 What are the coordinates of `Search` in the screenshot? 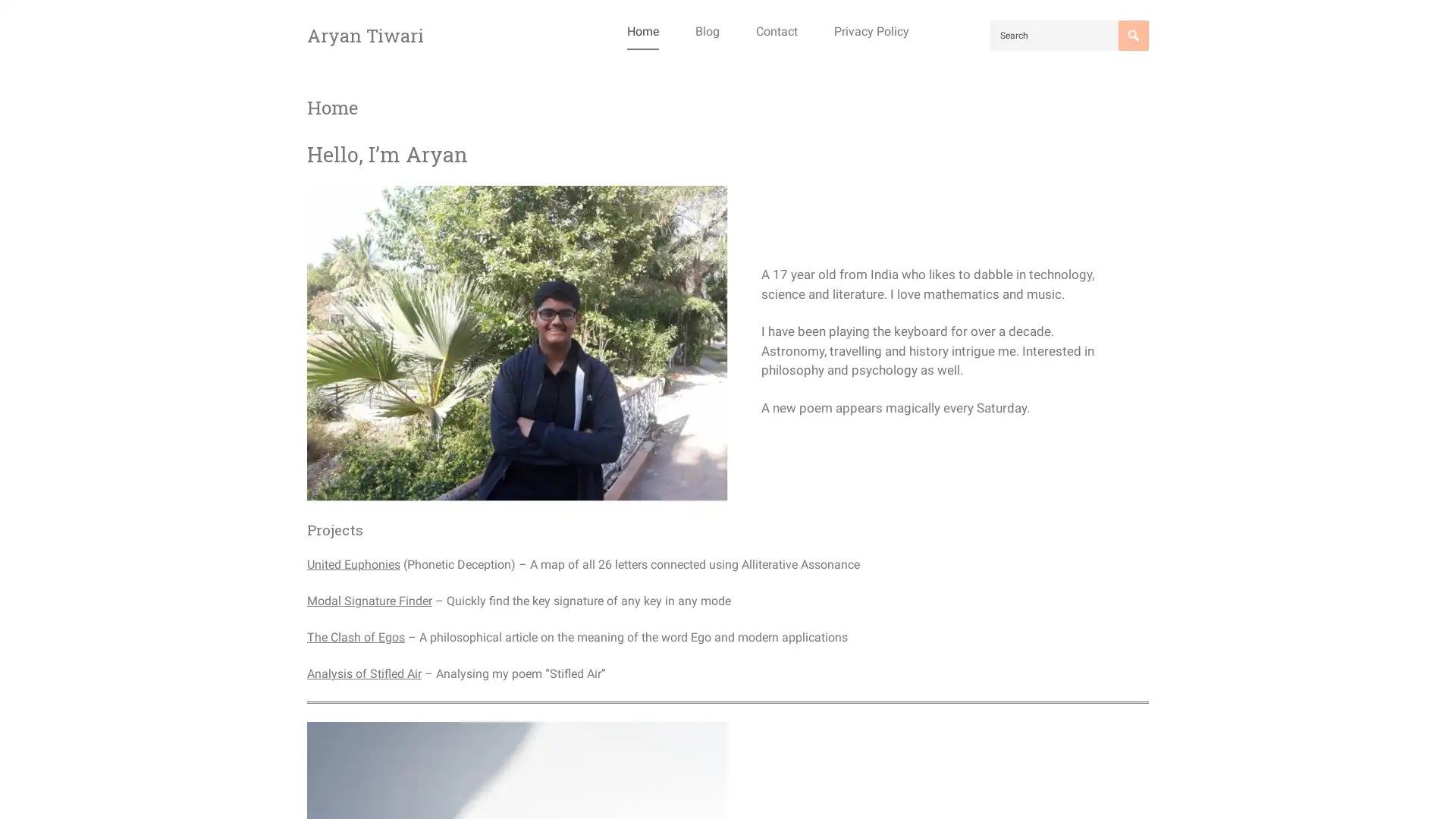 It's located at (1133, 34).